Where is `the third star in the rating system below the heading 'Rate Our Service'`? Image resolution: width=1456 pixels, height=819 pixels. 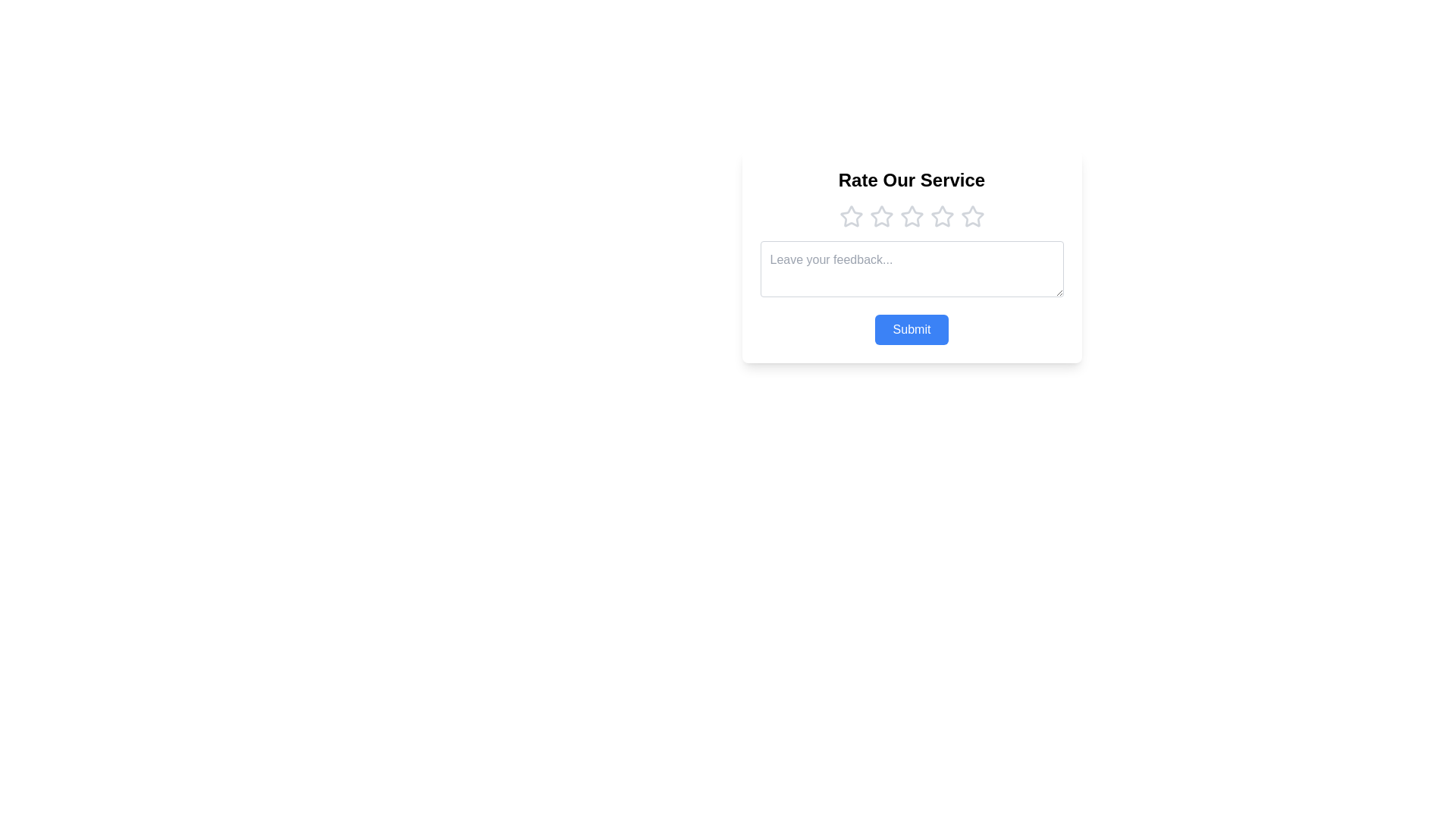 the third star in the rating system below the heading 'Rate Our Service' is located at coordinates (881, 216).